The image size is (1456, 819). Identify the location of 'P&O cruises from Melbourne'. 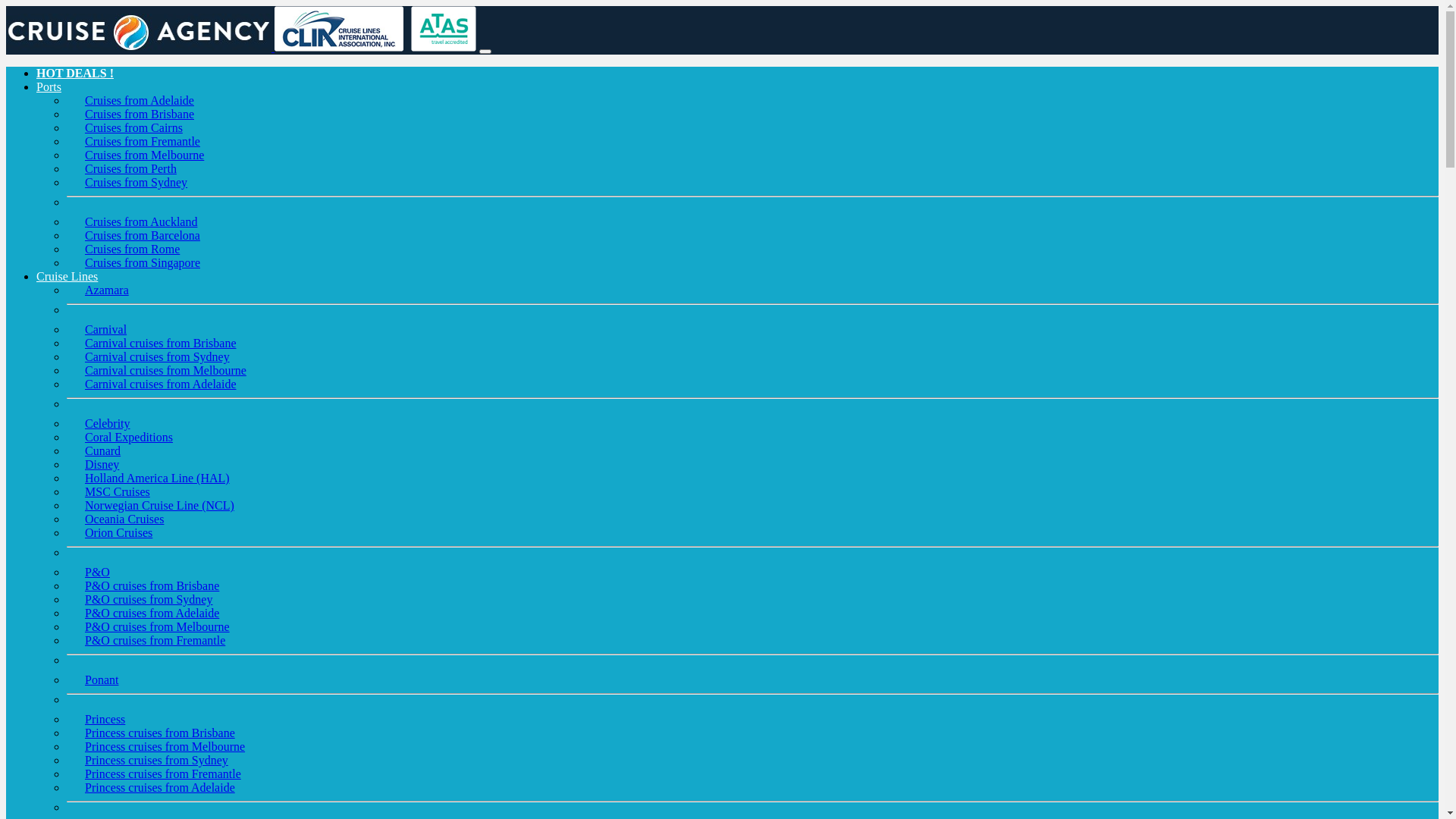
(157, 626).